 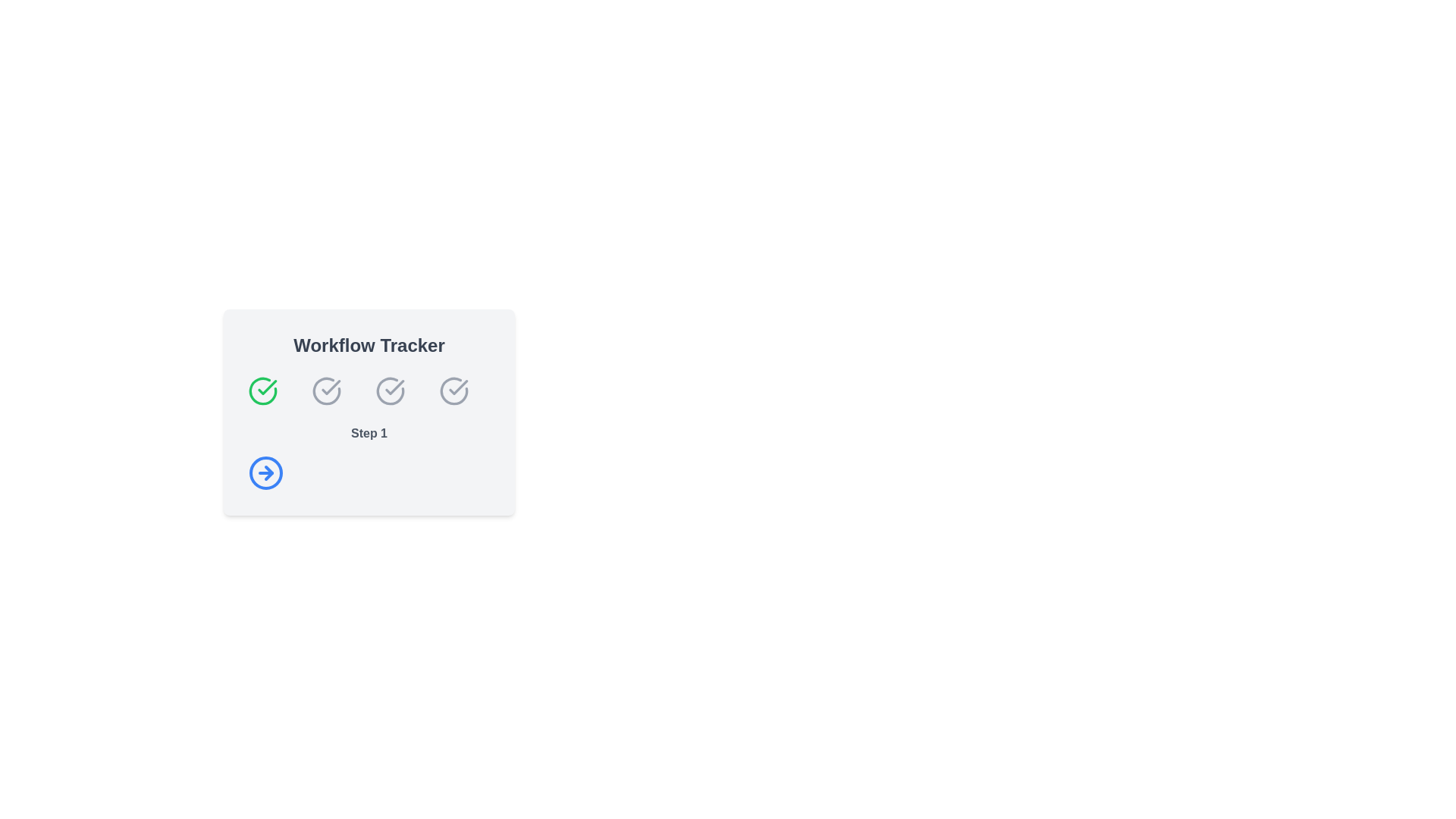 What do you see at coordinates (269, 472) in the screenshot?
I see `arrow icon element, which is a blue circular icon with a right-pointing arrow, located at the bottom-left corner of the workflow tracker section, below the text 'Step 1'` at bounding box center [269, 472].